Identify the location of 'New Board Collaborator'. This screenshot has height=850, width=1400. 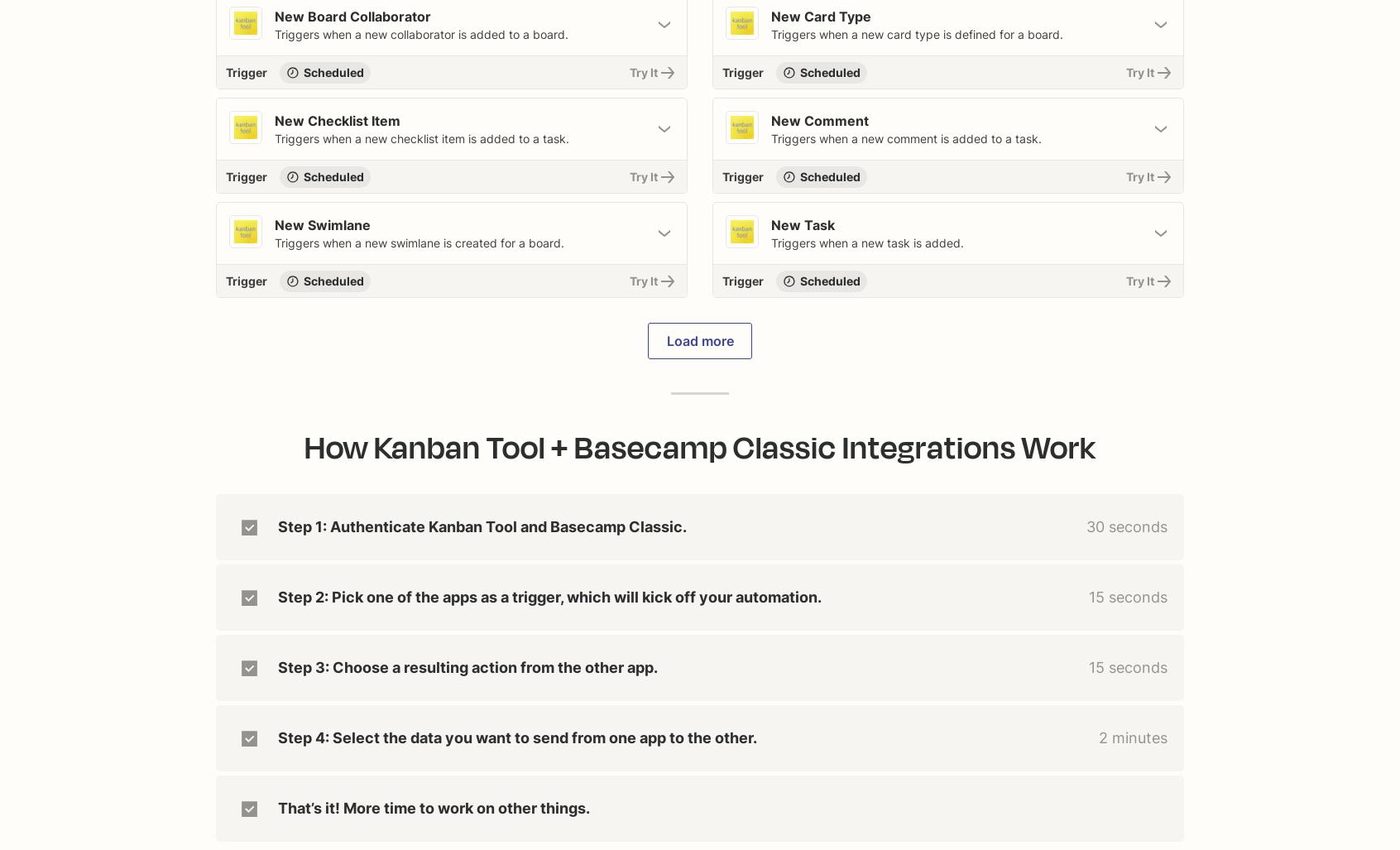
(352, 17).